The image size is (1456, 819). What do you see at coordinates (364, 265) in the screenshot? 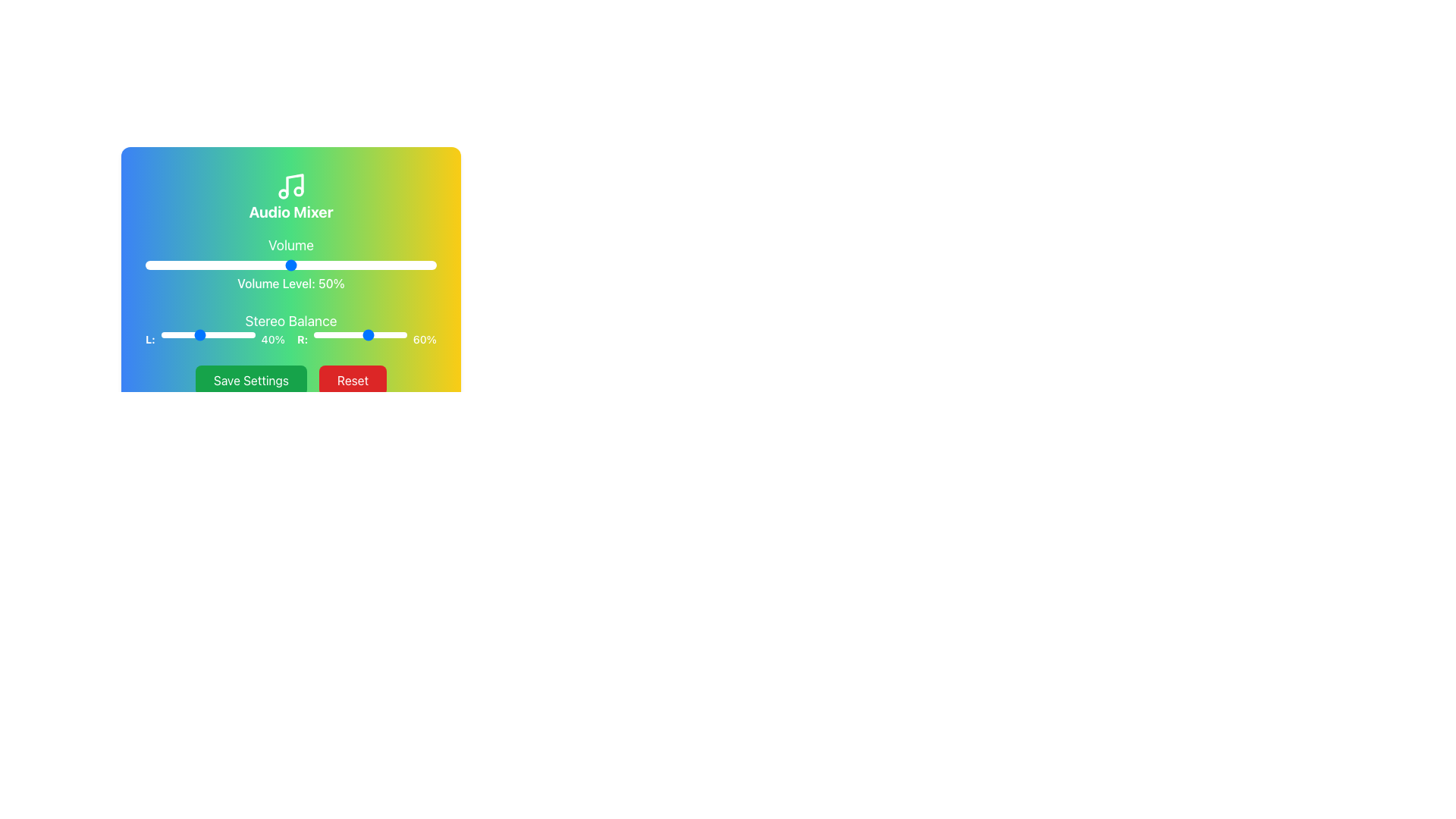
I see `the volume slider` at bounding box center [364, 265].